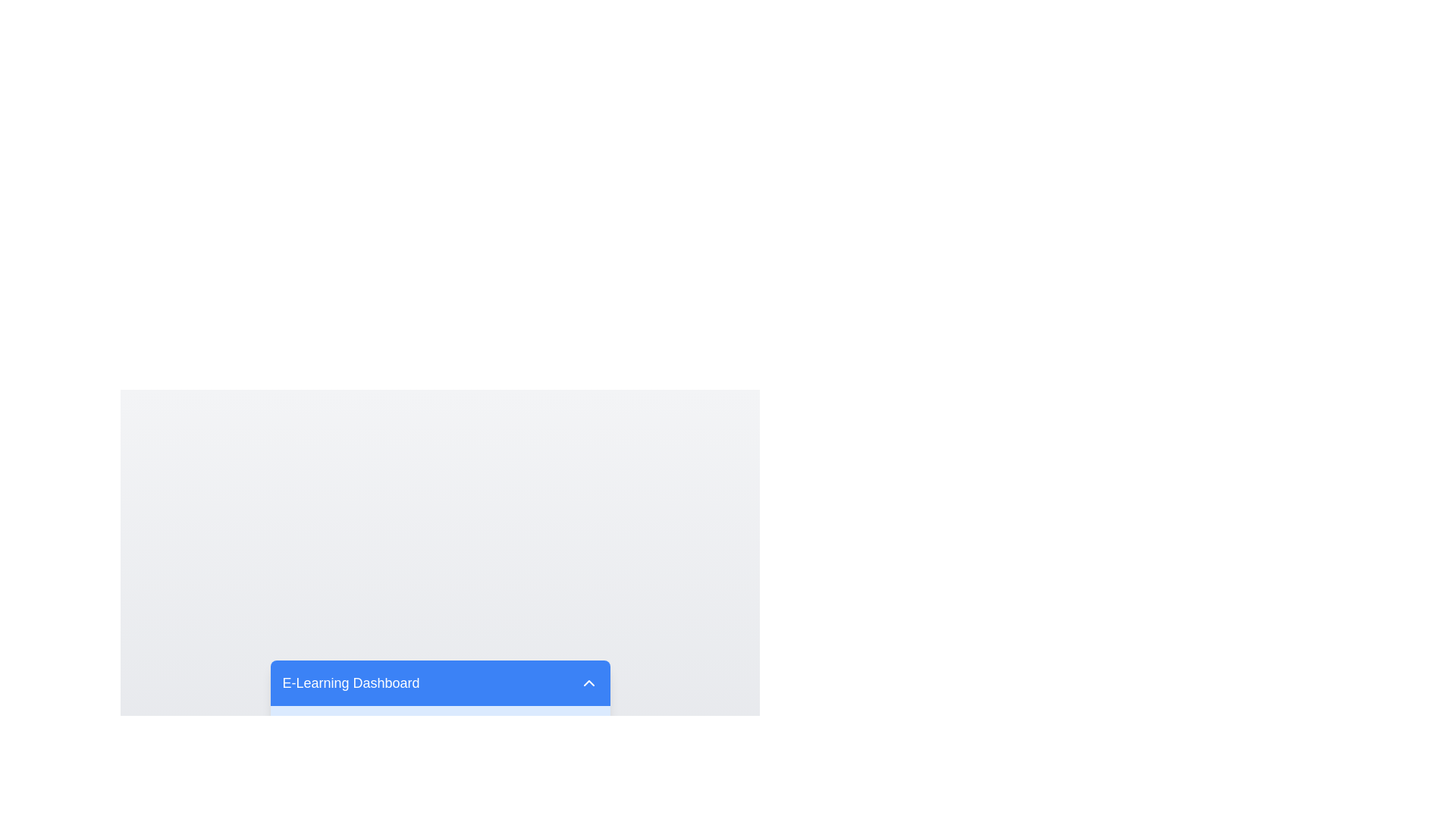 The width and height of the screenshot is (1456, 819). What do you see at coordinates (588, 683) in the screenshot?
I see `the downward-facing chevron icon button on the right end of the blue title bar labeled 'E-Learning Dashboard'` at bounding box center [588, 683].